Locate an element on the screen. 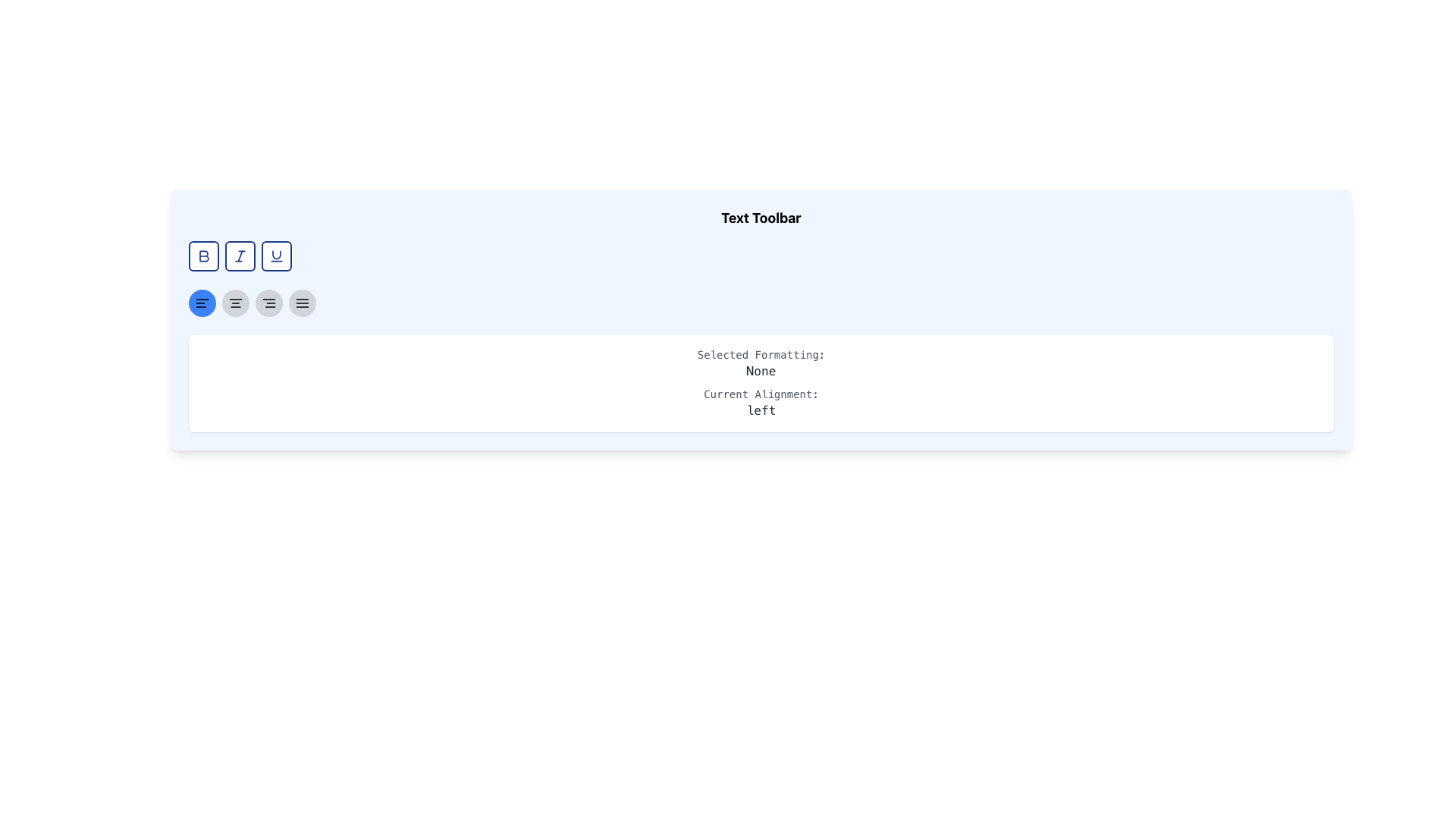  the center alignment icon, which is the second icon in the horizontal row of text alignment buttons, to set the alignment to center is located at coordinates (235, 303).